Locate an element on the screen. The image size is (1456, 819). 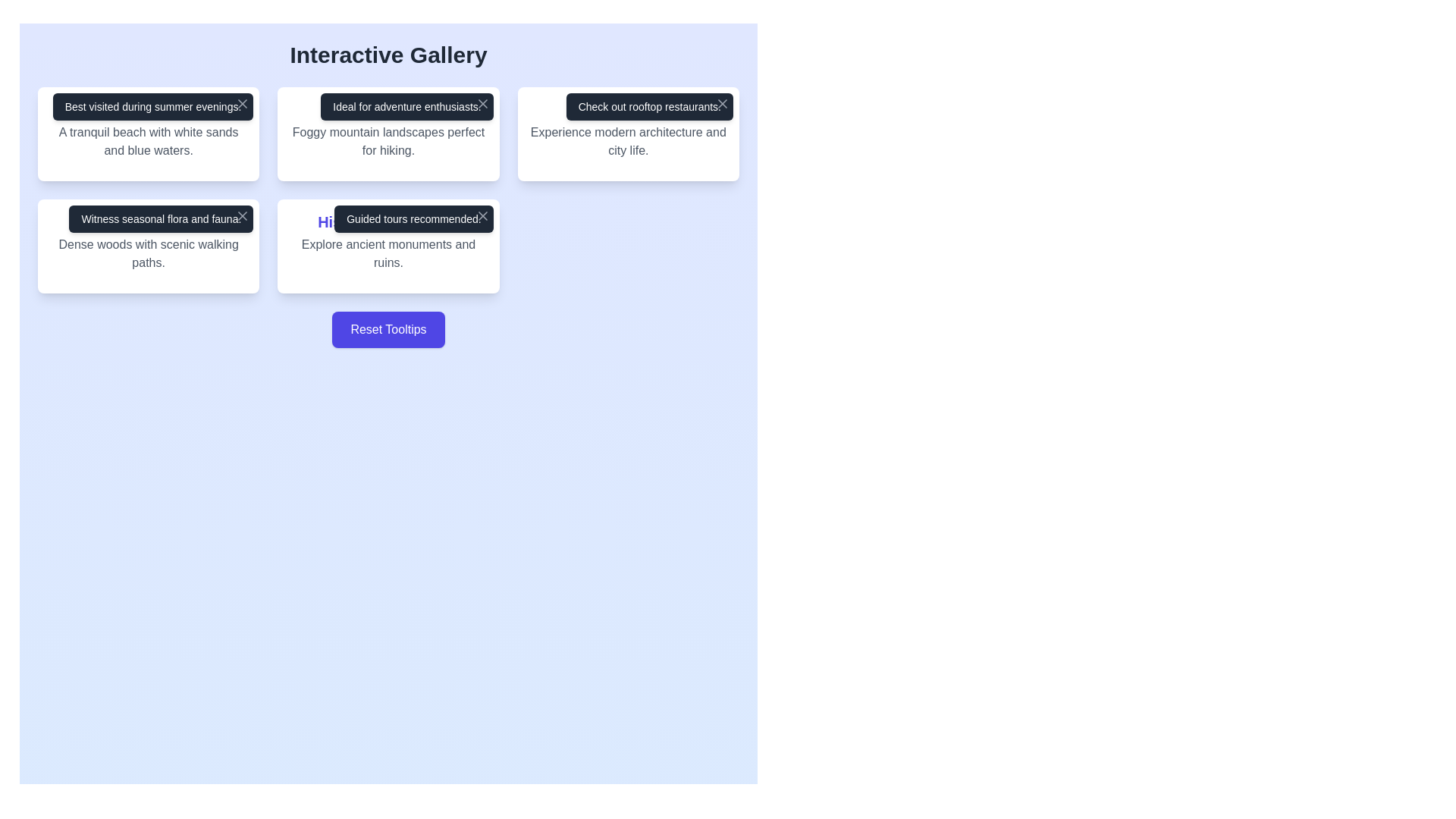
the text label 'Historic Landmarks', which is a bold, large indigo text block located at the top of a card in a gallery section is located at coordinates (388, 222).